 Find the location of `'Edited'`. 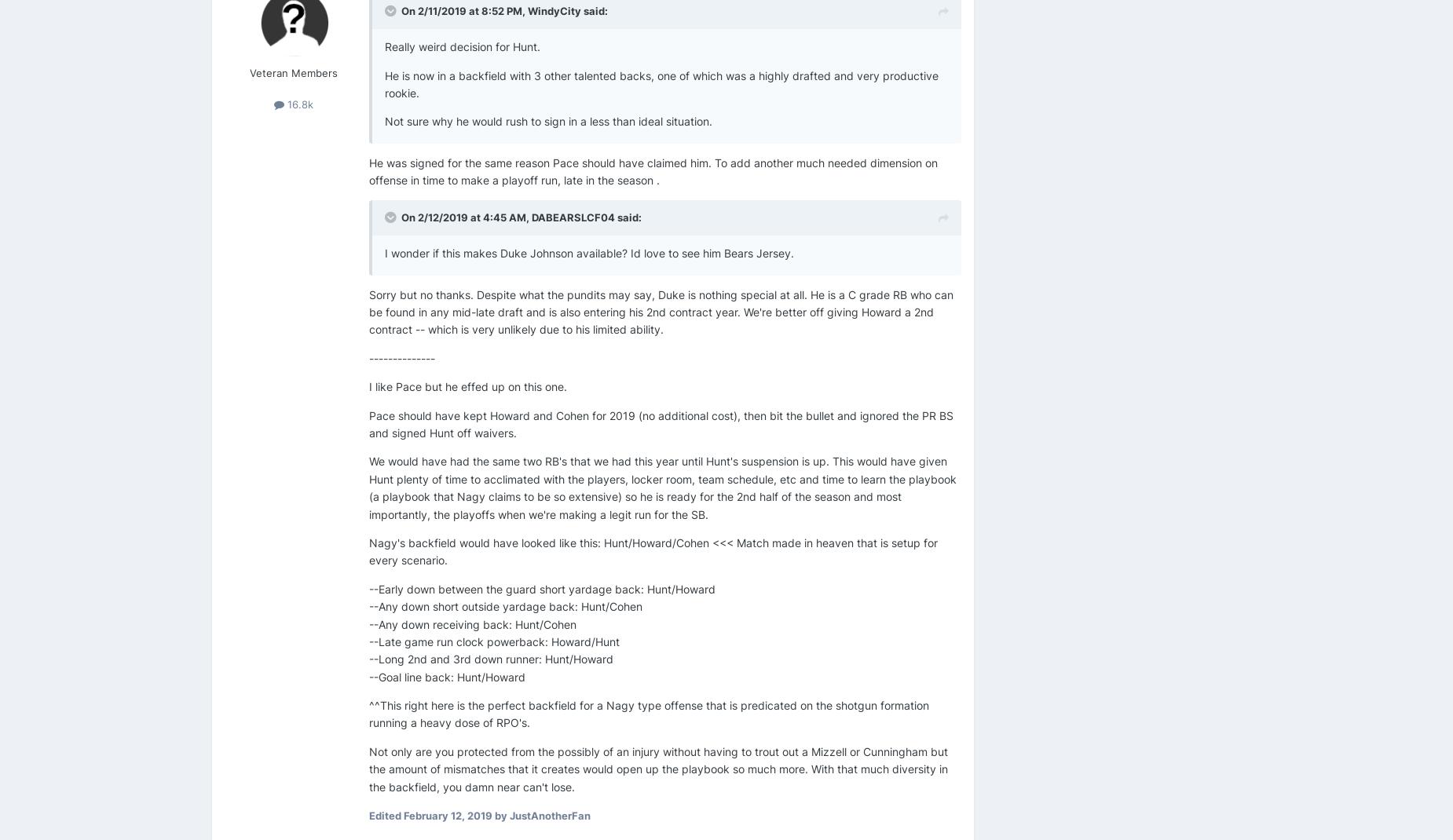

'Edited' is located at coordinates (386, 815).